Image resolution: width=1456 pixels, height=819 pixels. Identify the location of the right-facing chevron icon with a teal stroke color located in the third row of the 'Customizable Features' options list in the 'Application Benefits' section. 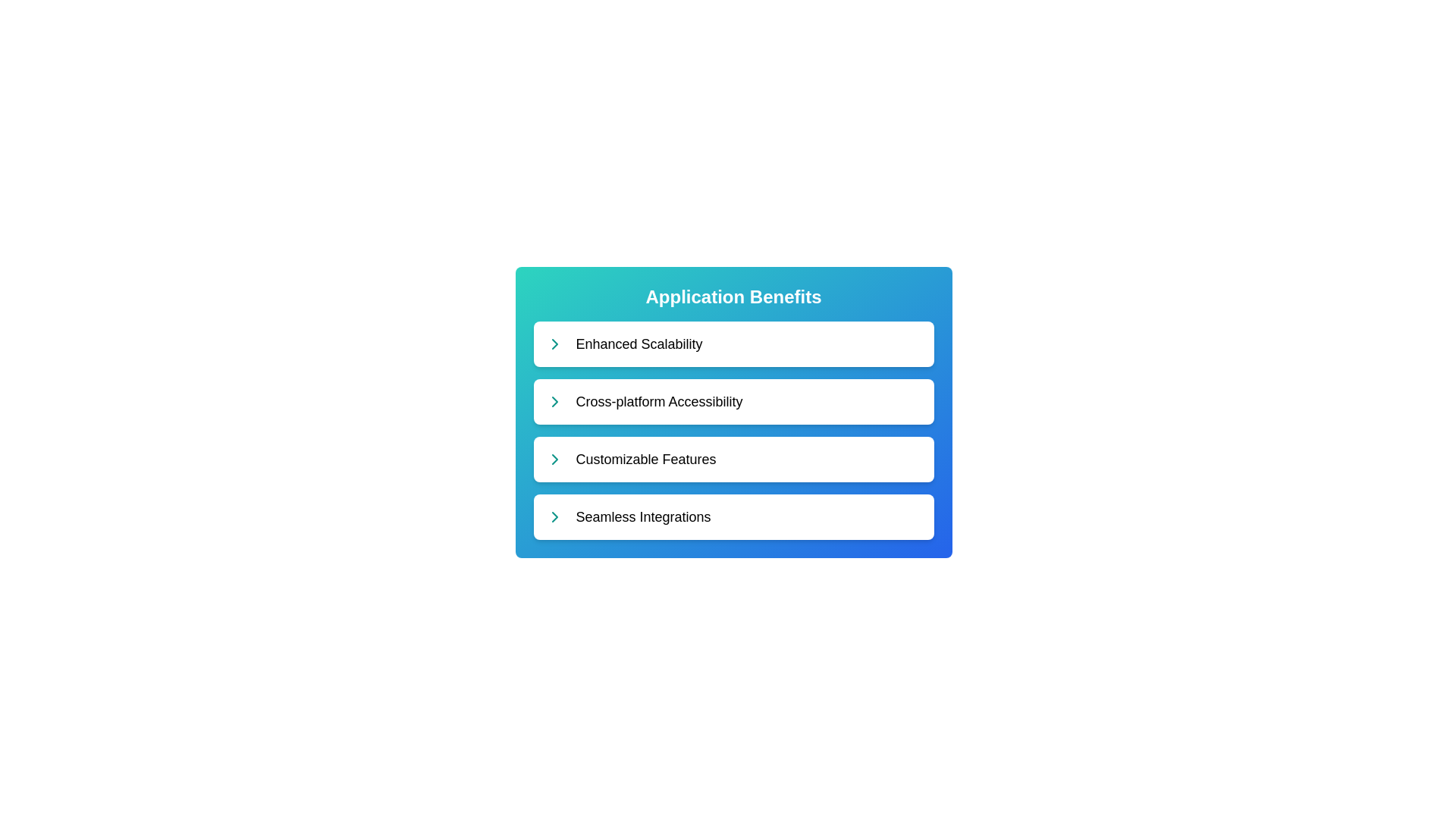
(554, 458).